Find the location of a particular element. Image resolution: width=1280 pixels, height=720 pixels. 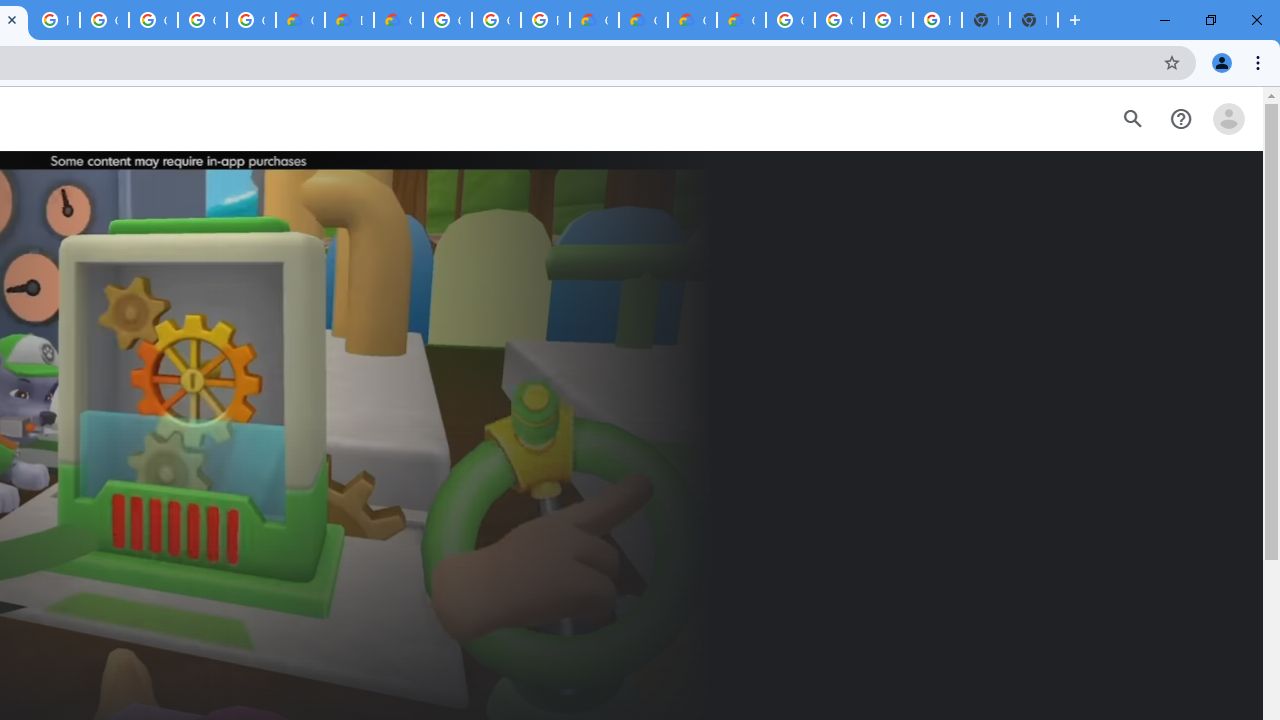

'Open account menu' is located at coordinates (1227, 119).